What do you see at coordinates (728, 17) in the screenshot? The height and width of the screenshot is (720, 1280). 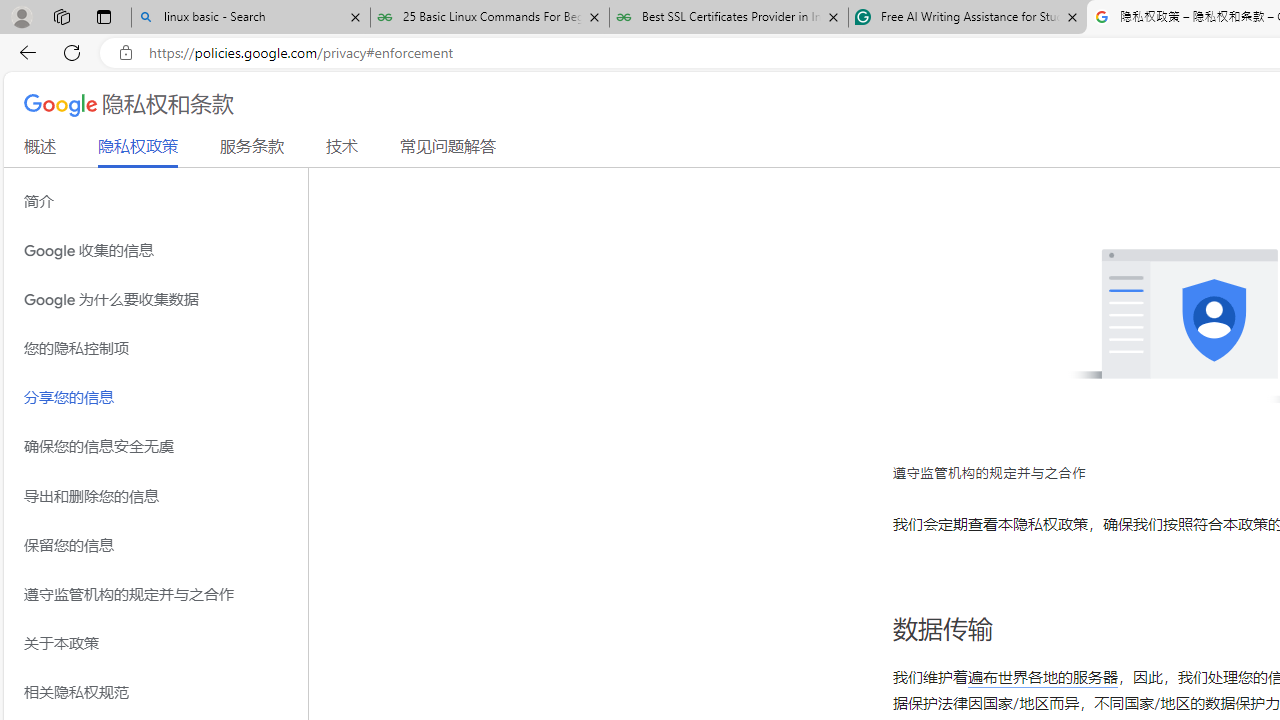 I see `'Best SSL Certificates Provider in India - GeeksforGeeks'` at bounding box center [728, 17].